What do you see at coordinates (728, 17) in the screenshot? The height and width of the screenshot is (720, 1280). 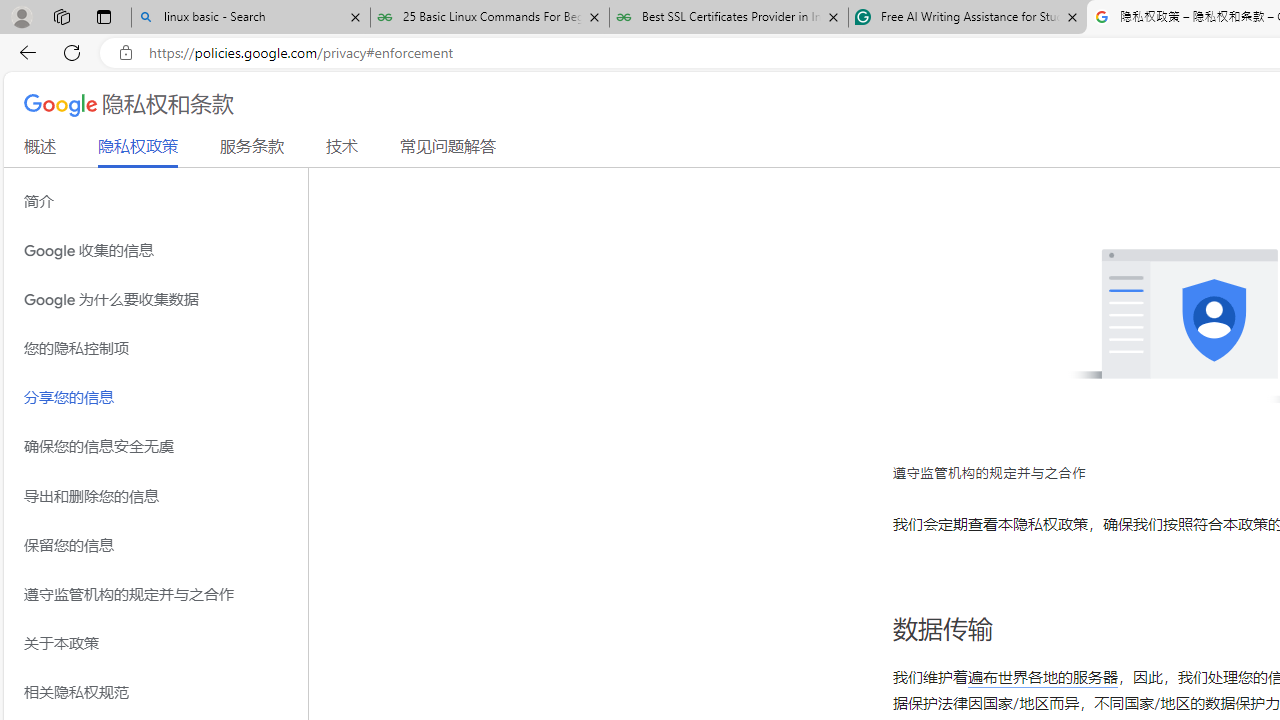 I see `'Best SSL Certificates Provider in India - GeeksforGeeks'` at bounding box center [728, 17].